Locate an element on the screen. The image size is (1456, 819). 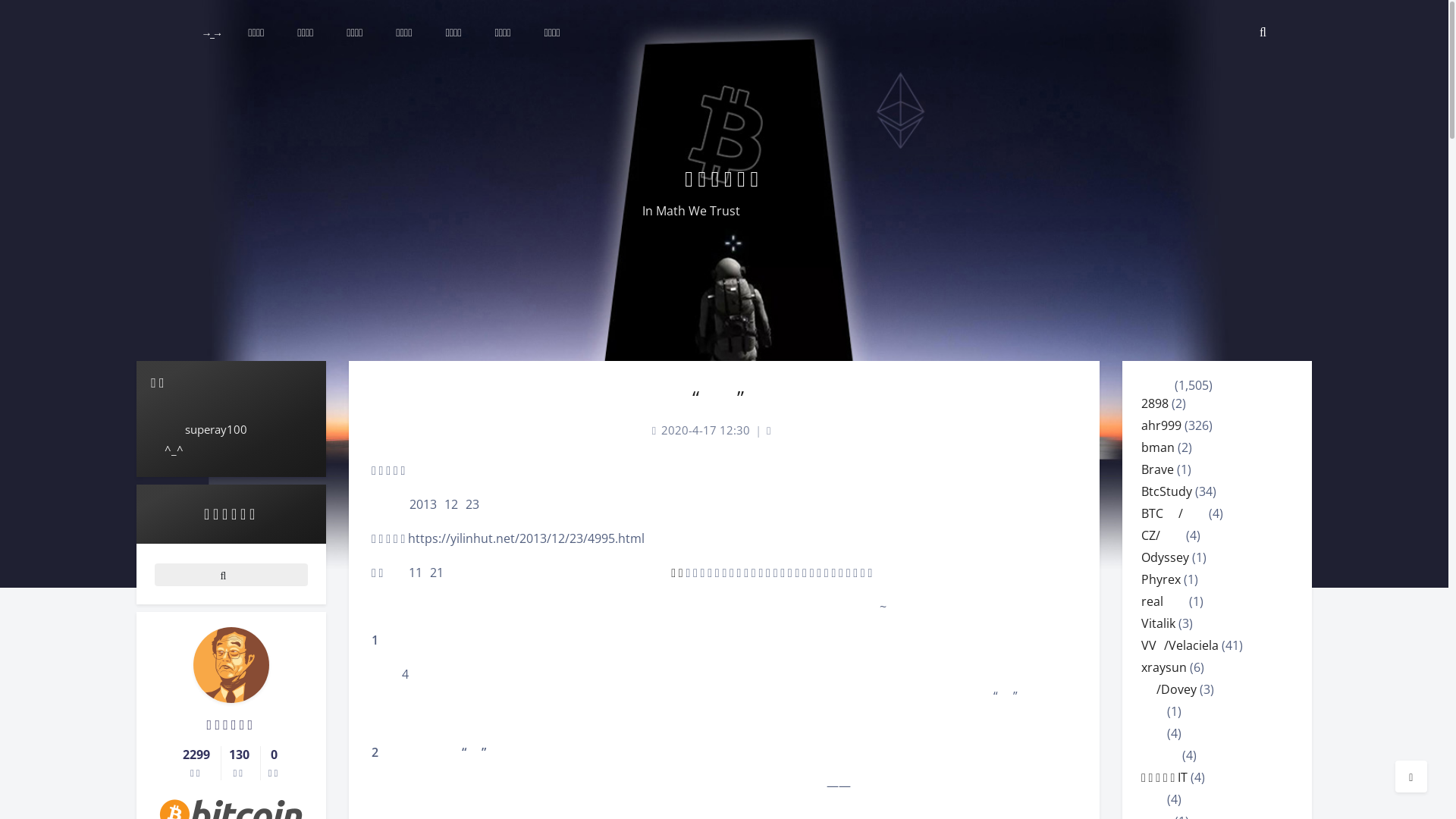
'2898' is located at coordinates (1153, 403).